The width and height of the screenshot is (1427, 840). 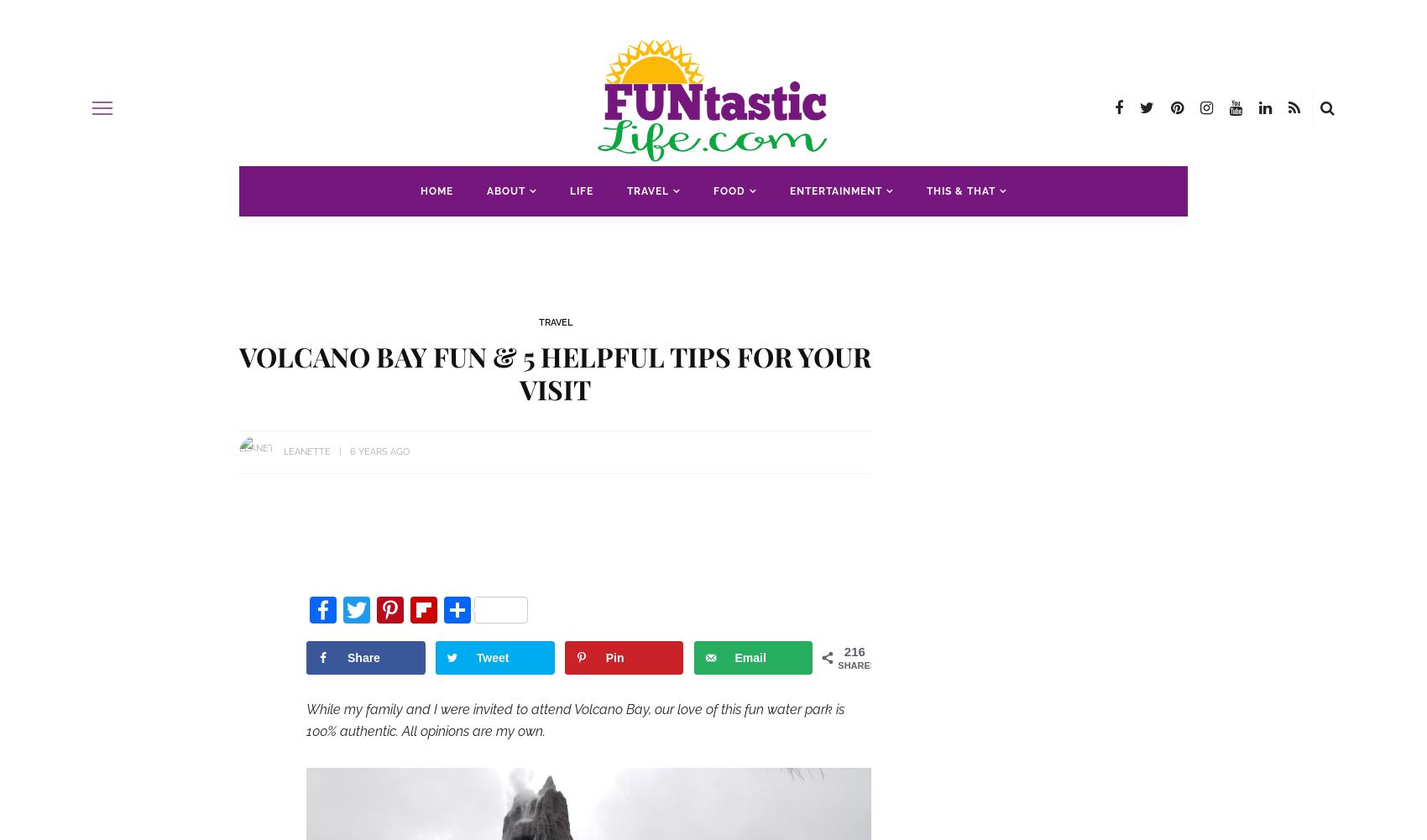 I want to click on '6 years ago', so click(x=379, y=450).